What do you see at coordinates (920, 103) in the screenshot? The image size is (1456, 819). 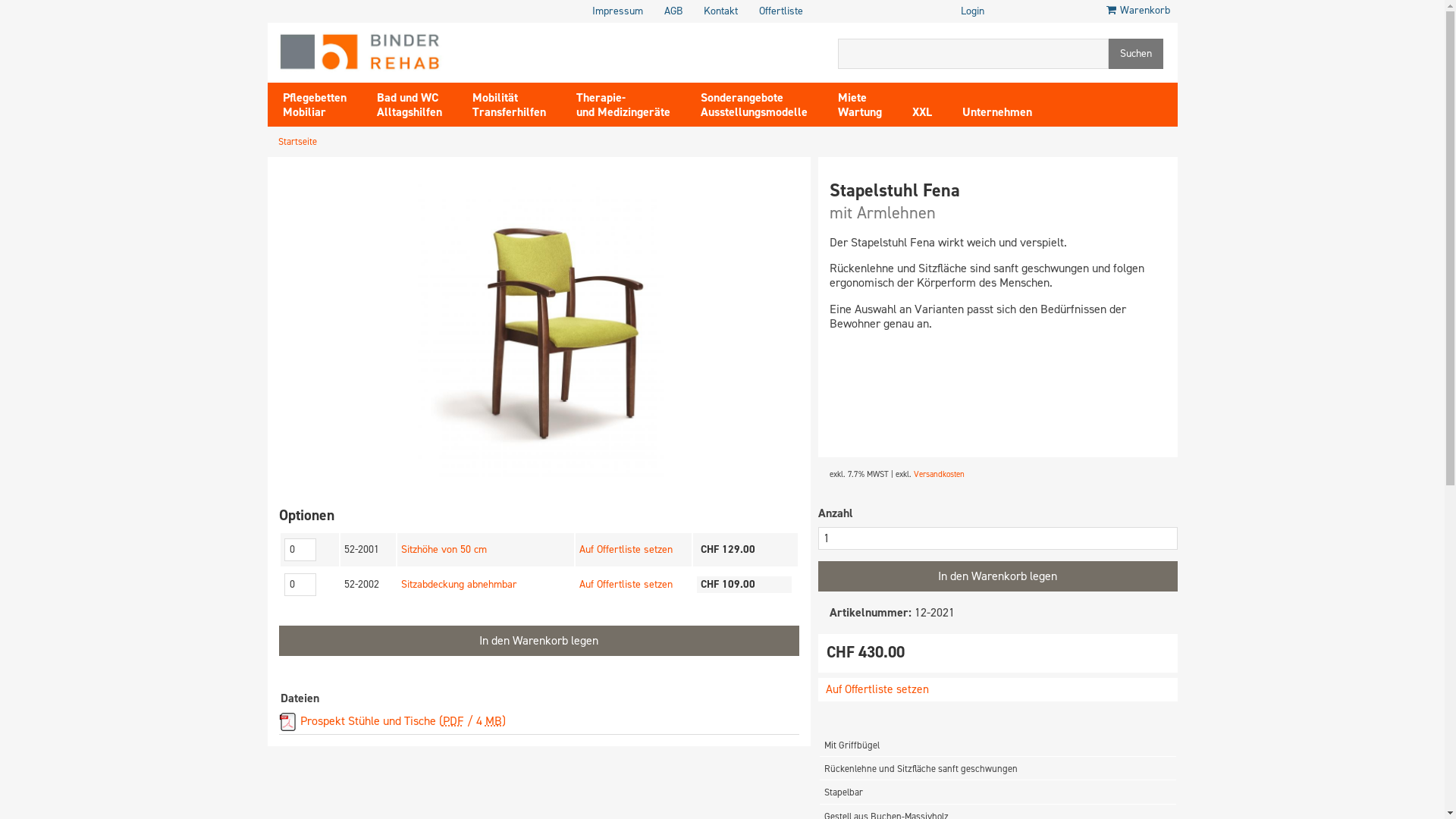 I see `'XXL'` at bounding box center [920, 103].